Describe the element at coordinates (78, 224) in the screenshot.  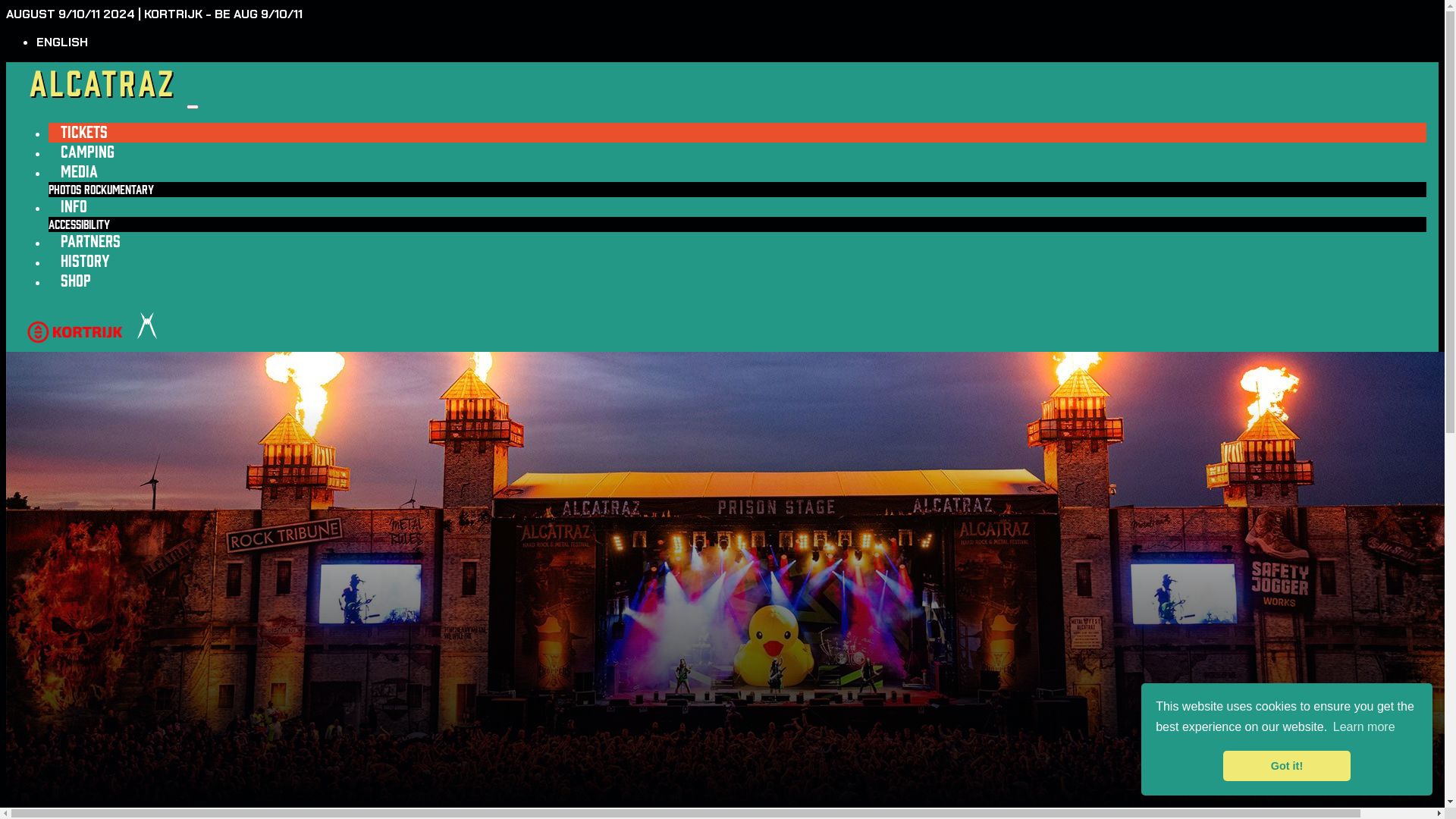
I see `'ACCESSIBILITY'` at that location.